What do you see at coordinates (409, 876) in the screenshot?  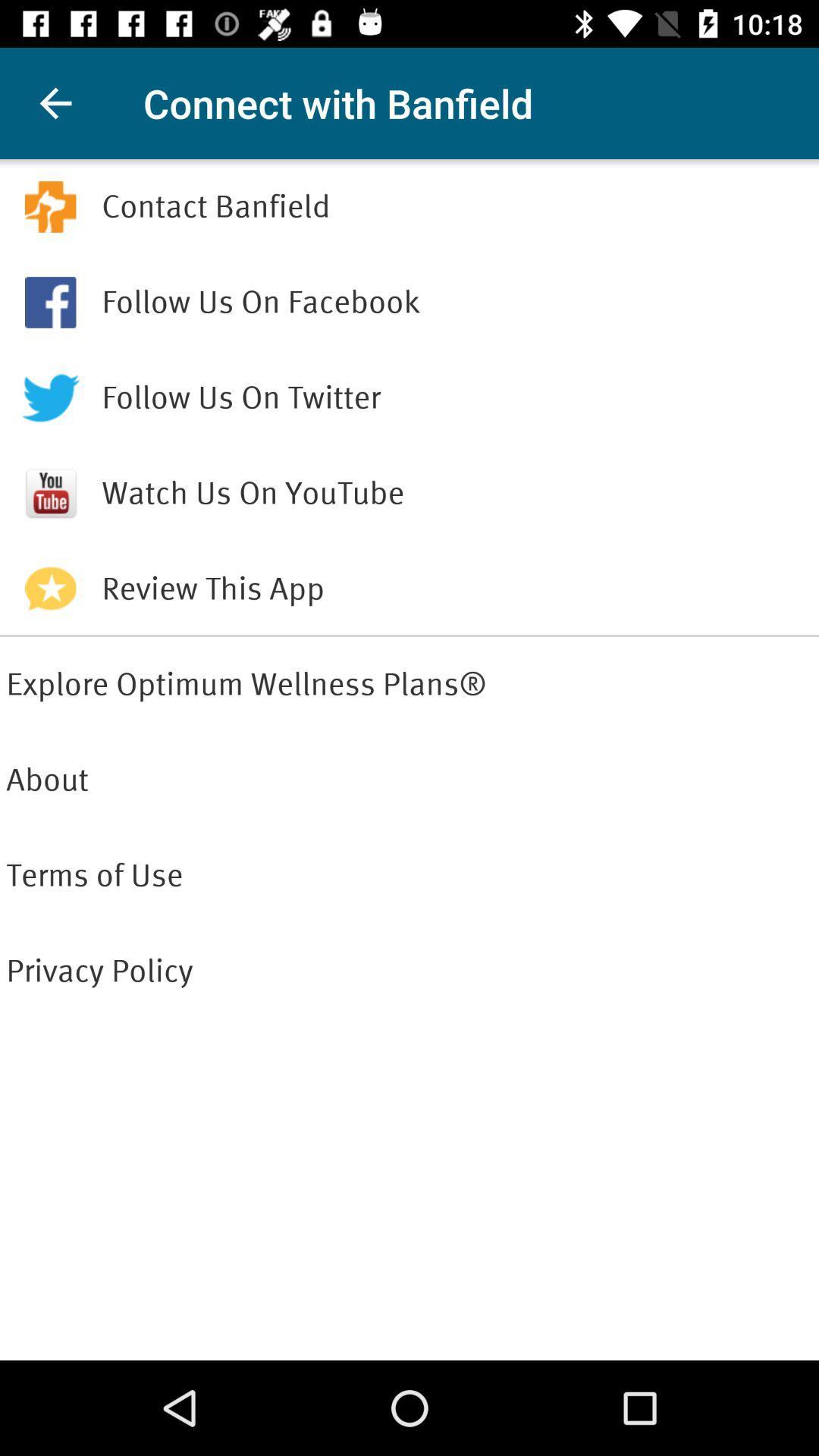 I see `terms of use icon` at bounding box center [409, 876].